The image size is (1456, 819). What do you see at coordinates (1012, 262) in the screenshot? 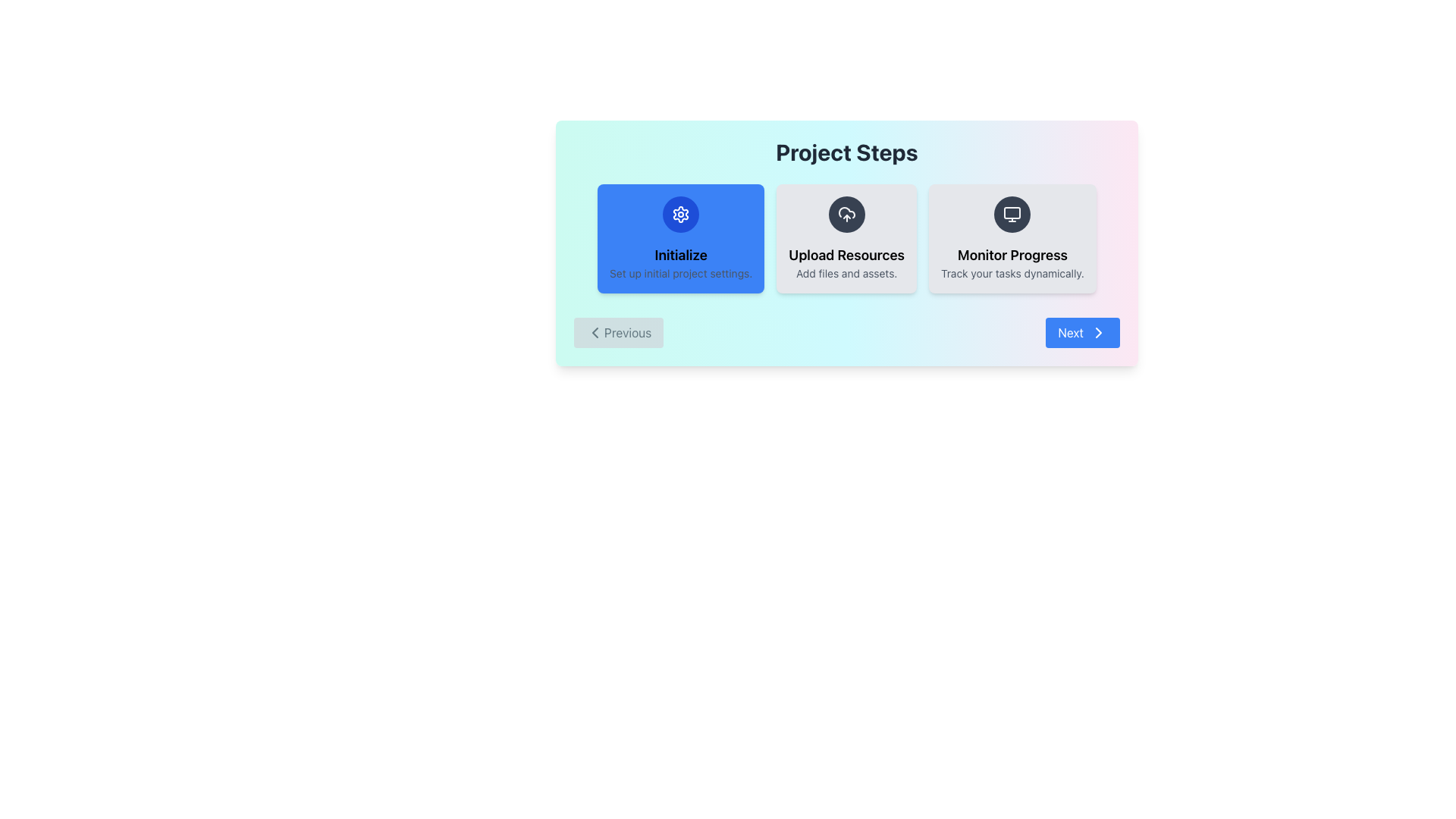
I see `text block titled 'Monitor Progress' which contains the description 'Track your tasks dynamically' located in the third card of the 'Project Steps' section` at bounding box center [1012, 262].